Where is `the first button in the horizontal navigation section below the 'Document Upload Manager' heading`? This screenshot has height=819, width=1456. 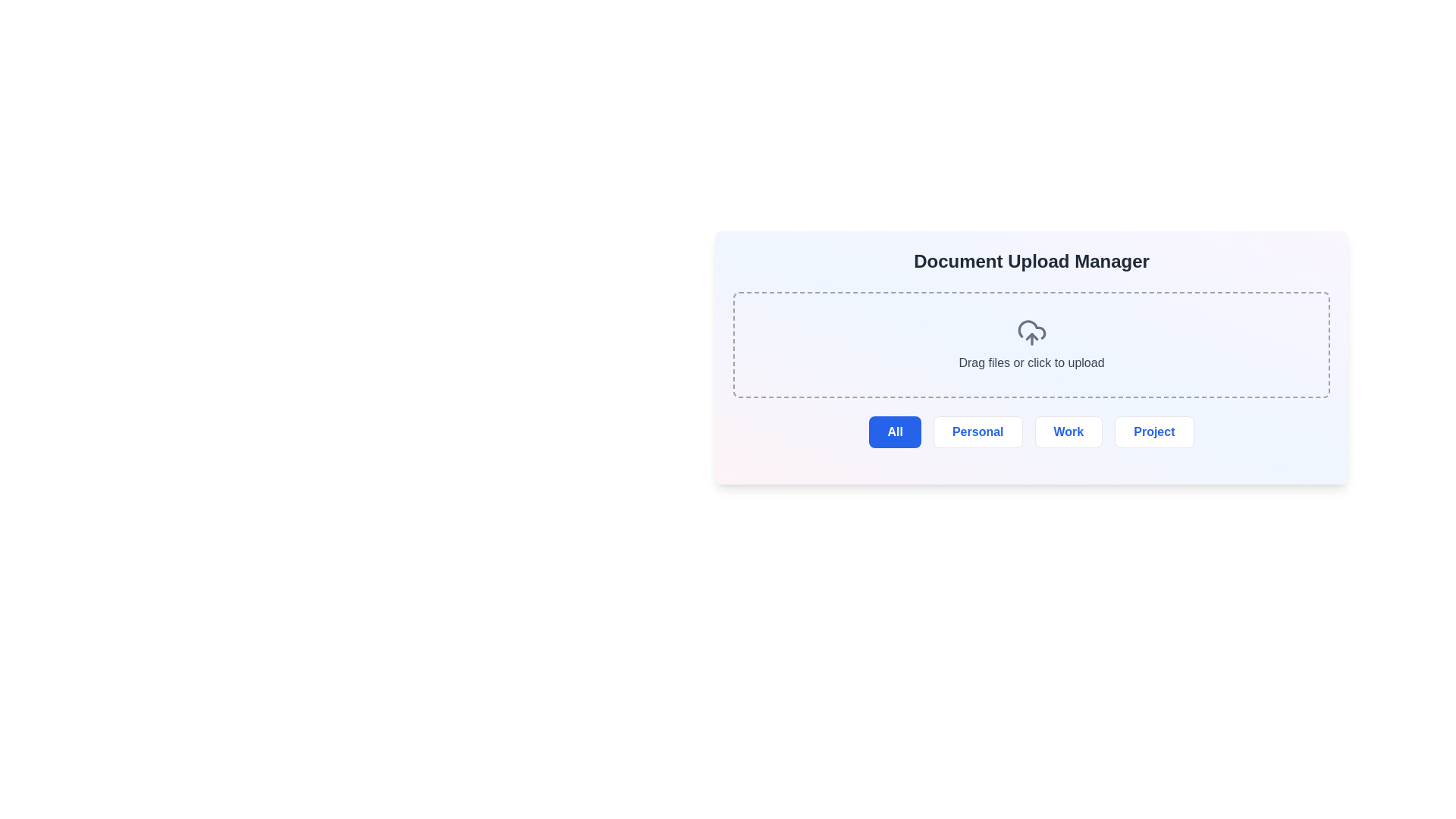 the first button in the horizontal navigation section below the 'Document Upload Manager' heading is located at coordinates (895, 432).